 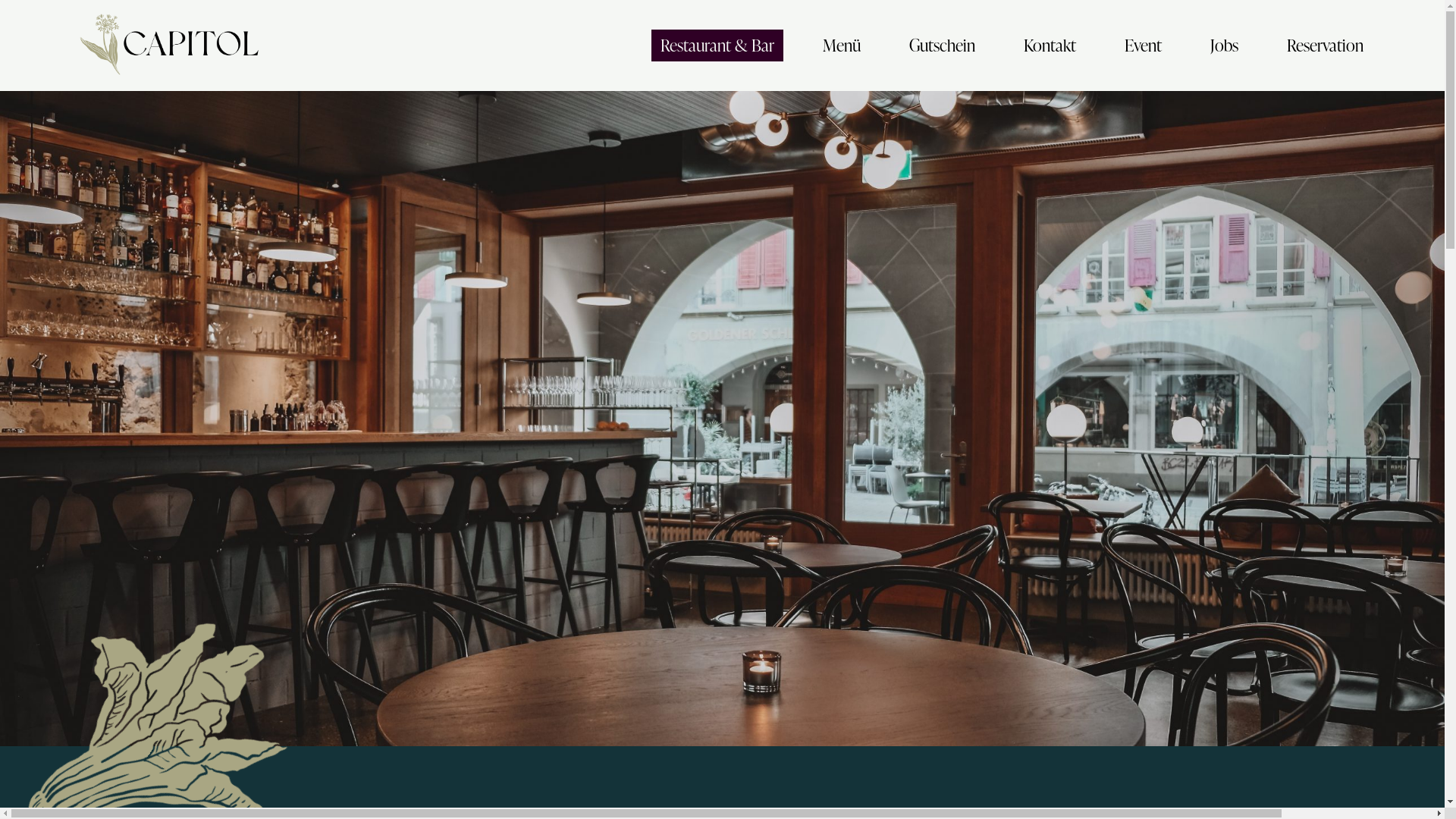 I want to click on 'Restaurant & Bar', so click(x=716, y=45).